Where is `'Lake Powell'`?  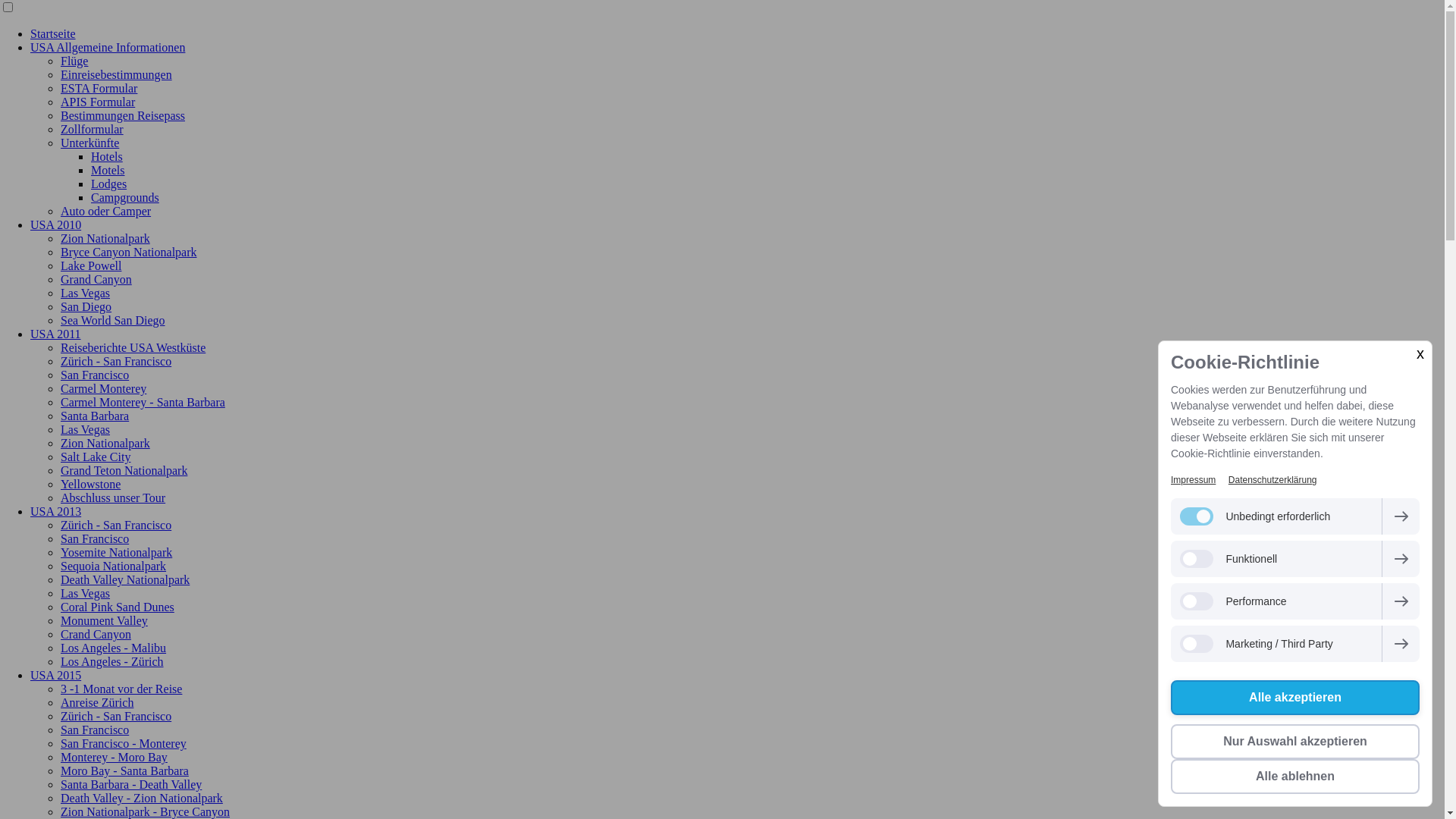
'Lake Powell' is located at coordinates (90, 265).